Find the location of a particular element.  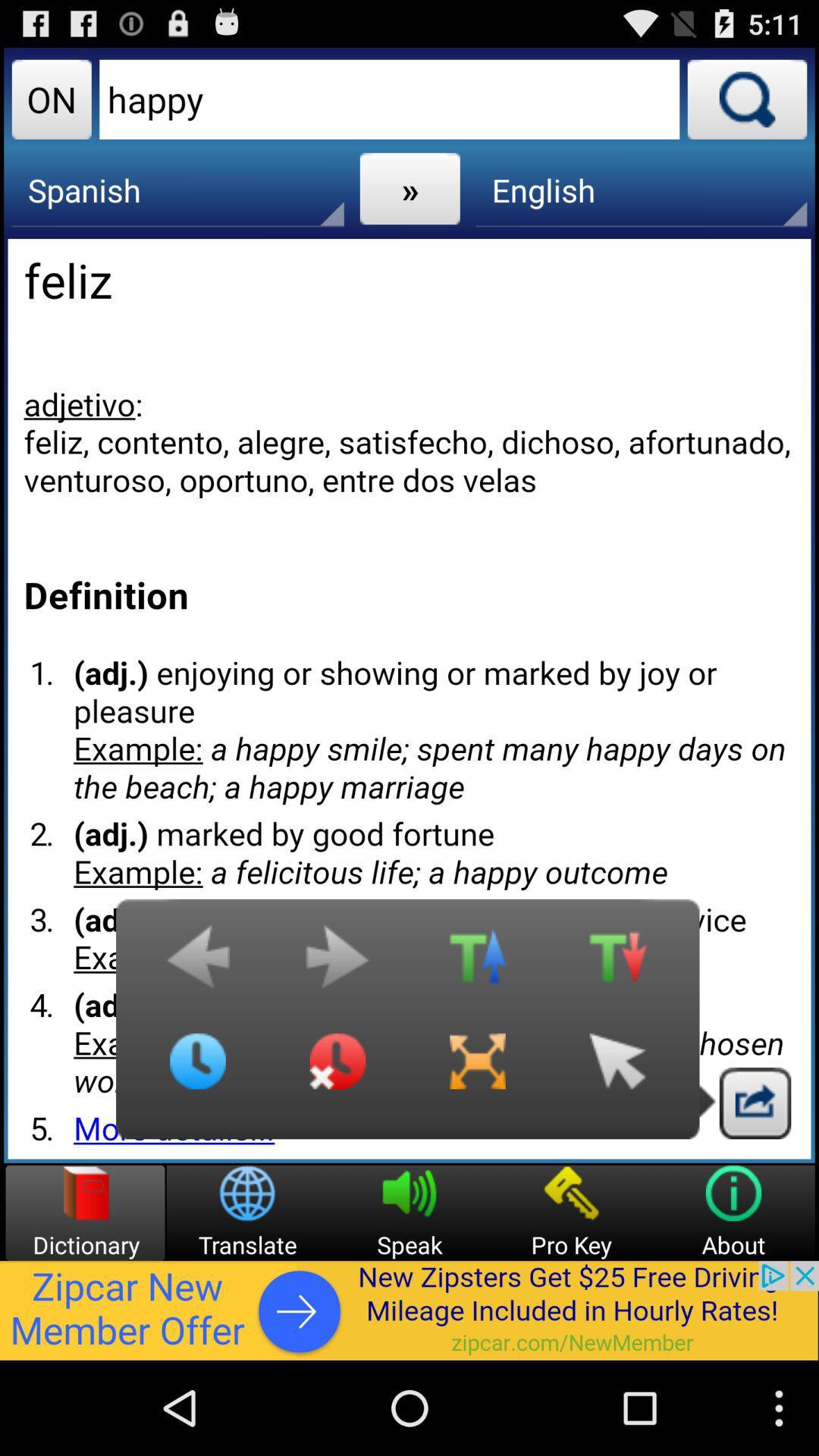

cursor is located at coordinates (617, 1072).